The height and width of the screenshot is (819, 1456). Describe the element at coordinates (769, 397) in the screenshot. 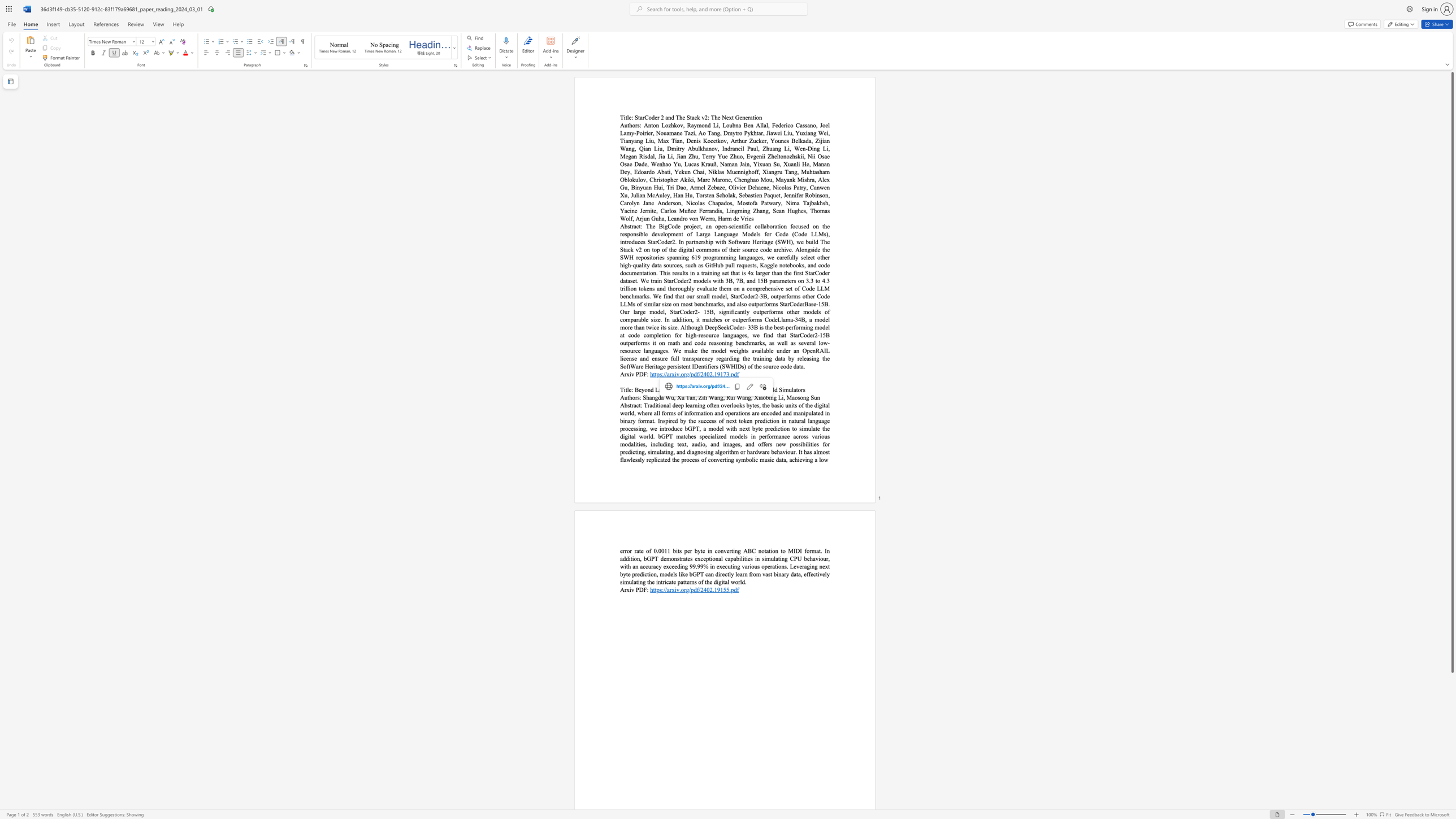

I see `the 2th character "i" in the text` at that location.